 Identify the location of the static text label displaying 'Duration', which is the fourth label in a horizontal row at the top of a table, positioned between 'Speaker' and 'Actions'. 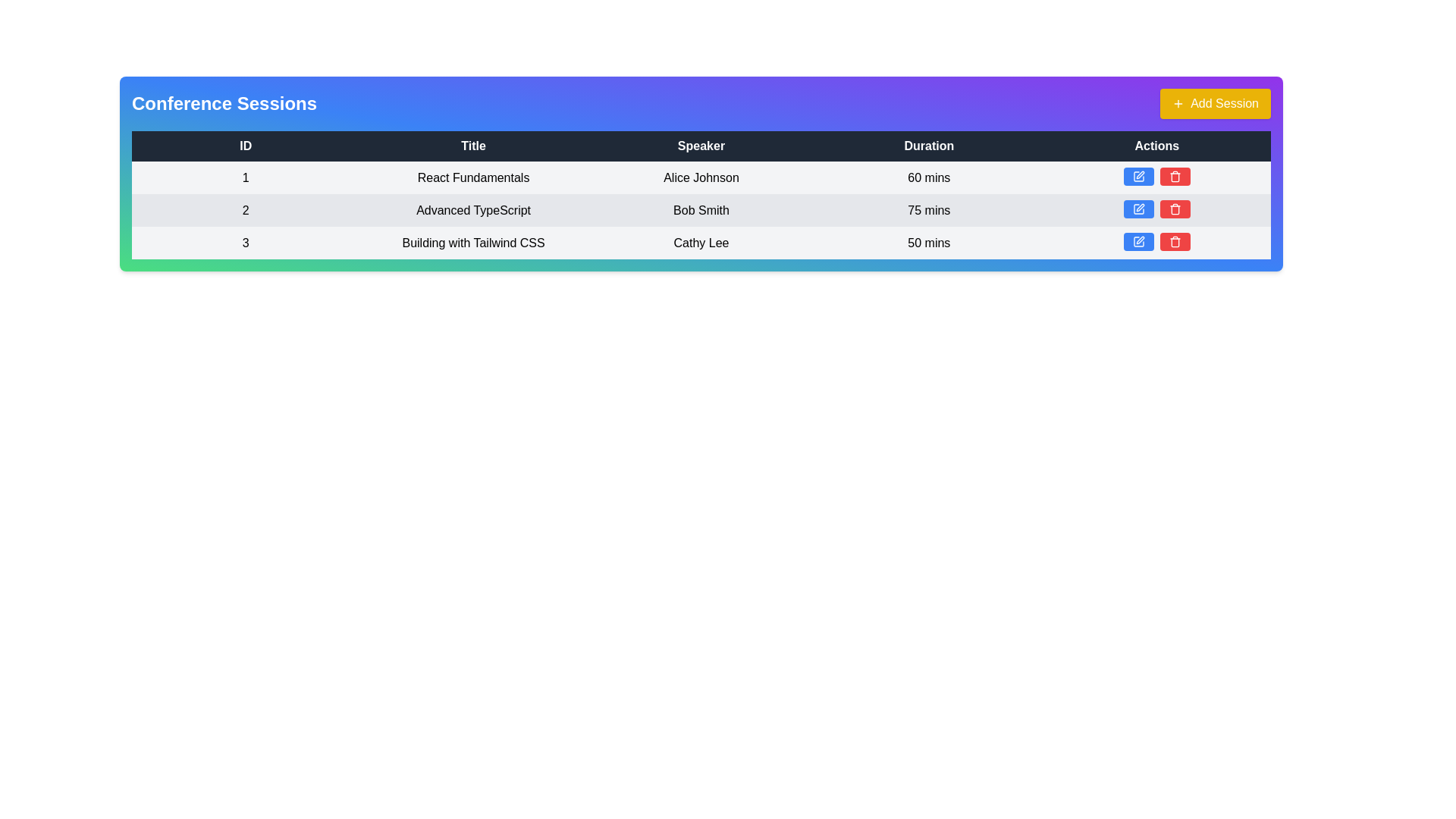
(928, 146).